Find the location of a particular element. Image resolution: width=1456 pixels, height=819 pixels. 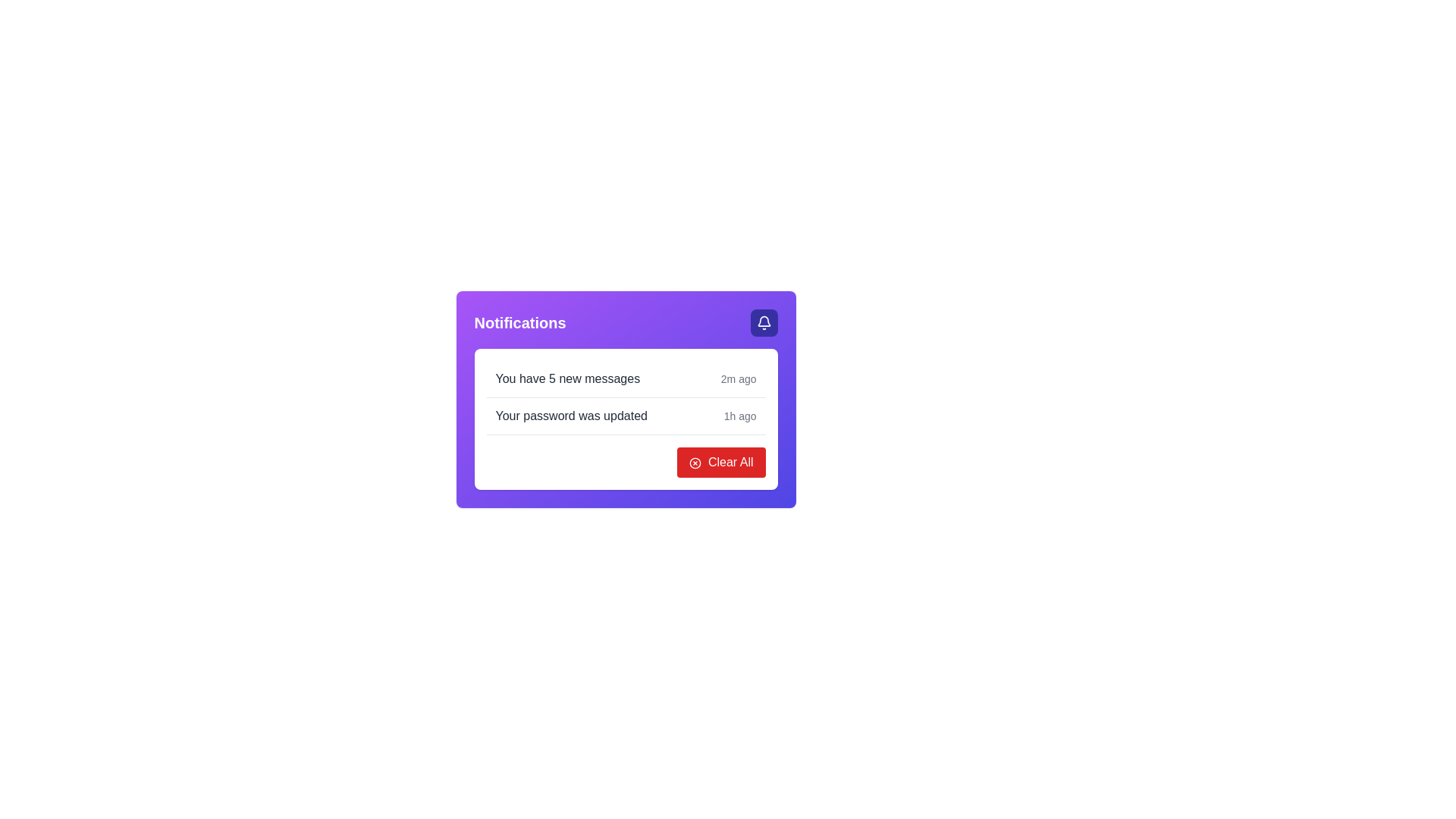

the clear notifications button located at the bottom-right corner of the purple notification panel for tooltip or visual feedback is located at coordinates (720, 461).